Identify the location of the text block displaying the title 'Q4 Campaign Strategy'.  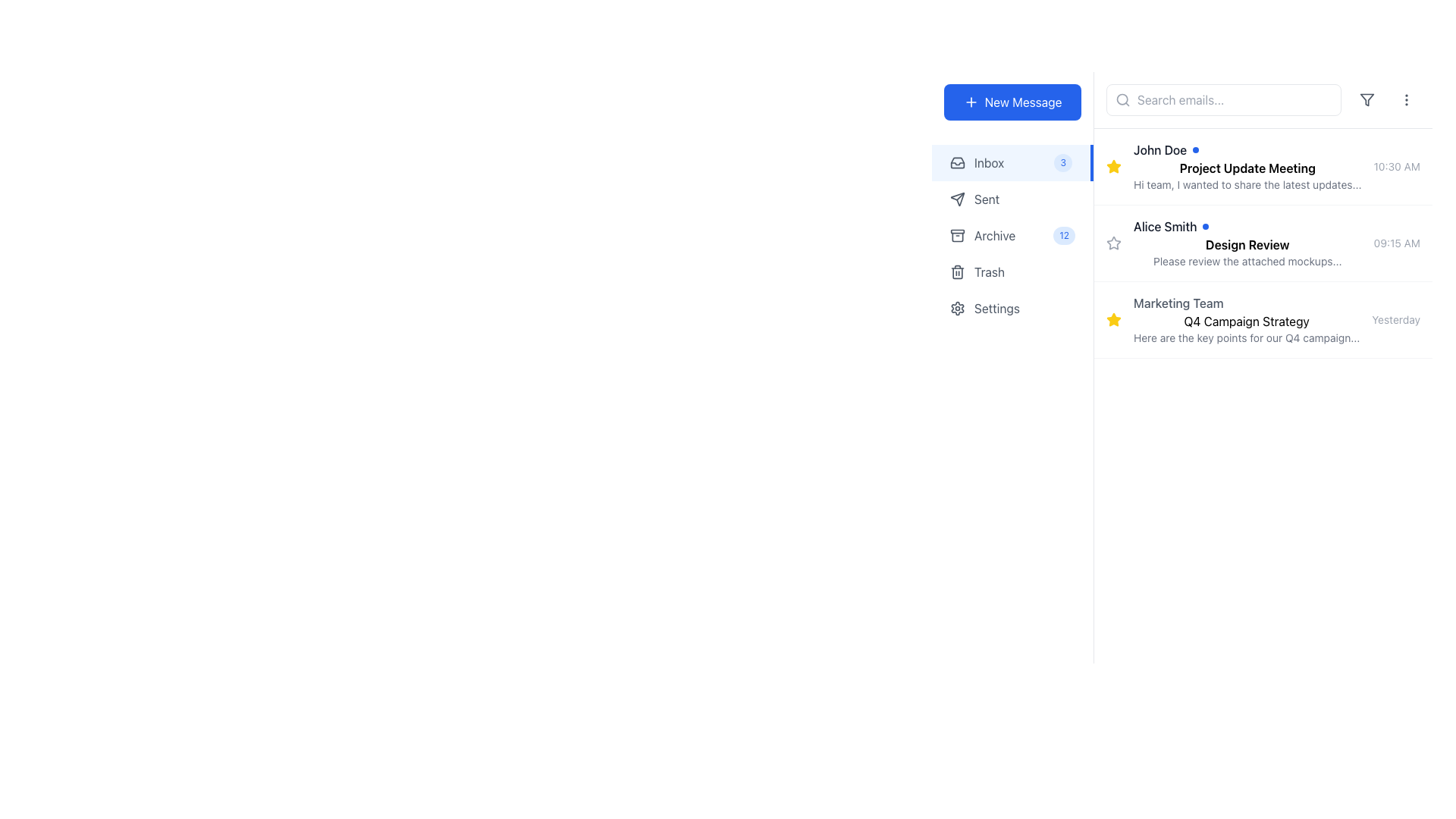
(1247, 318).